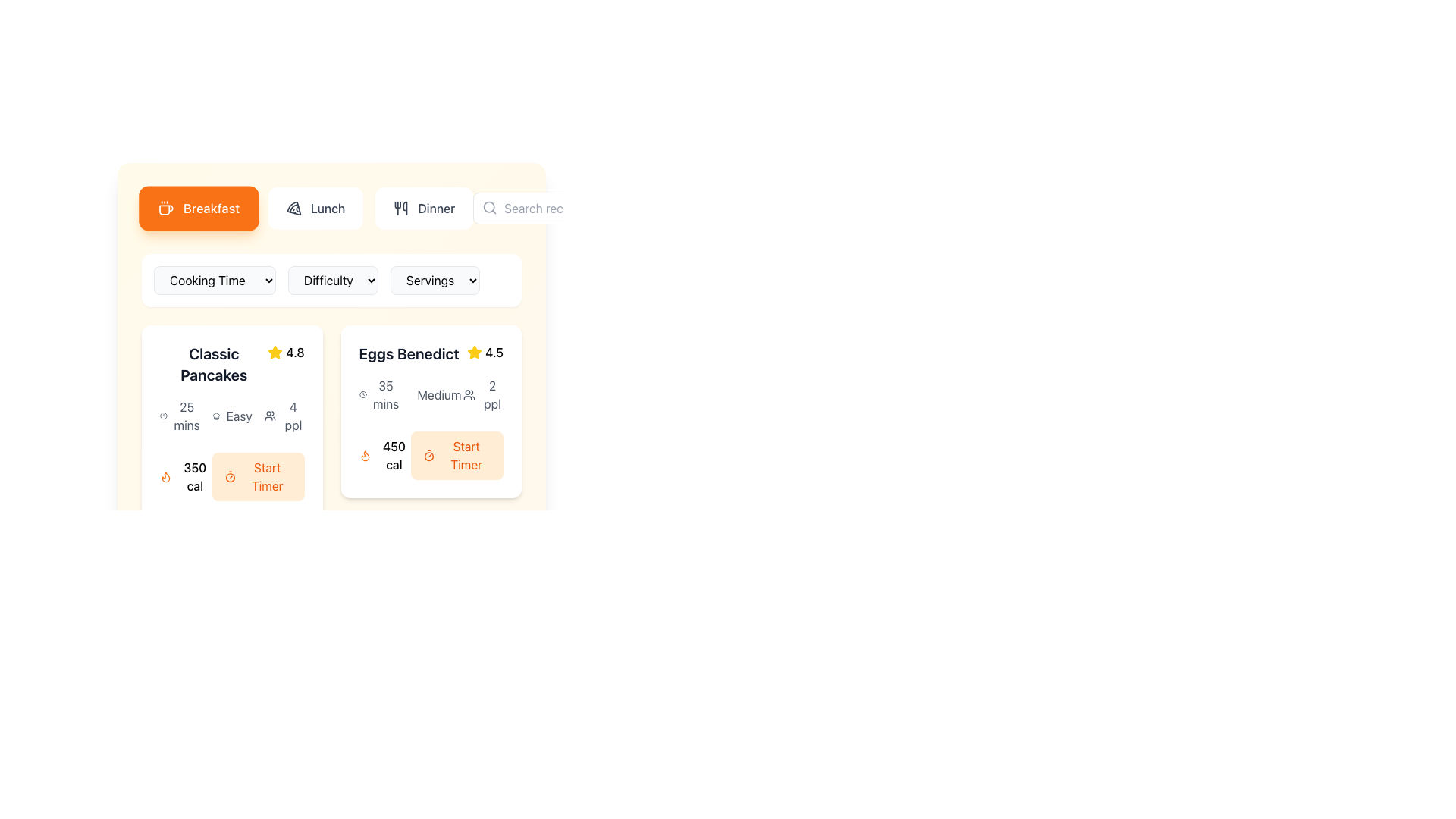 This screenshot has width=1456, height=819. I want to click on the clock icon located in the metadata section of the 'Classic Pancakes' recipe card, positioned near the '25 mins' text and above the '350 cal' section, so click(164, 416).